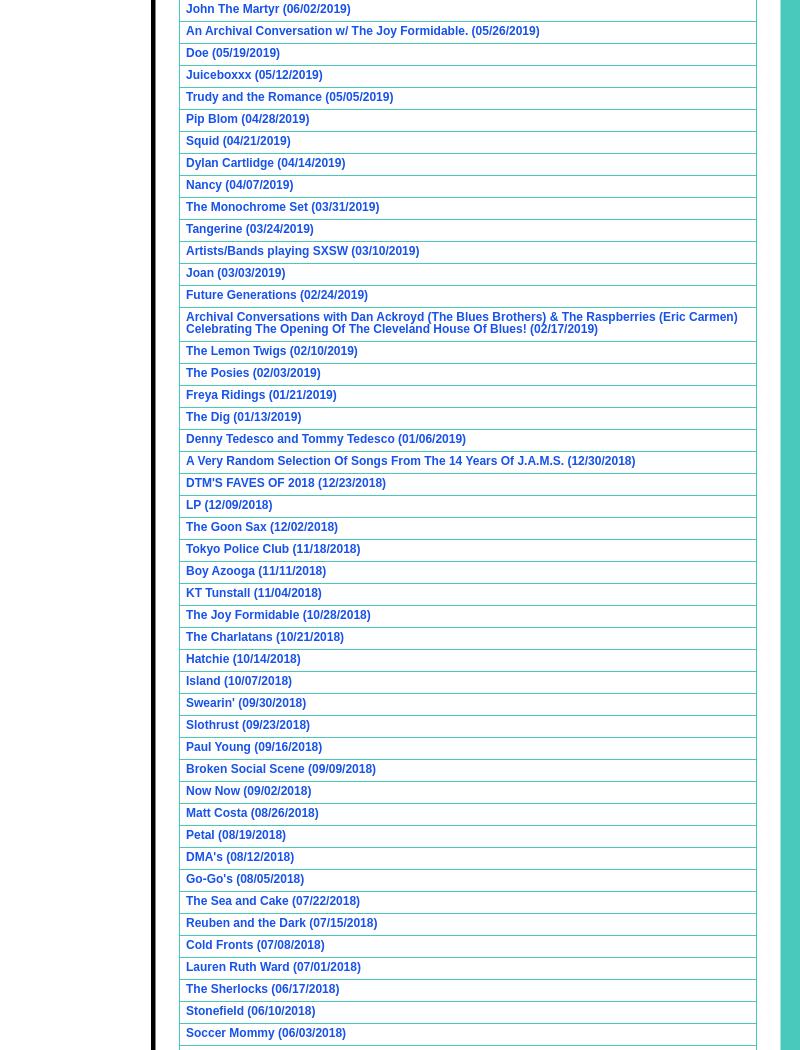  I want to click on 'Now Now   (09/02/2018)', so click(247, 789).